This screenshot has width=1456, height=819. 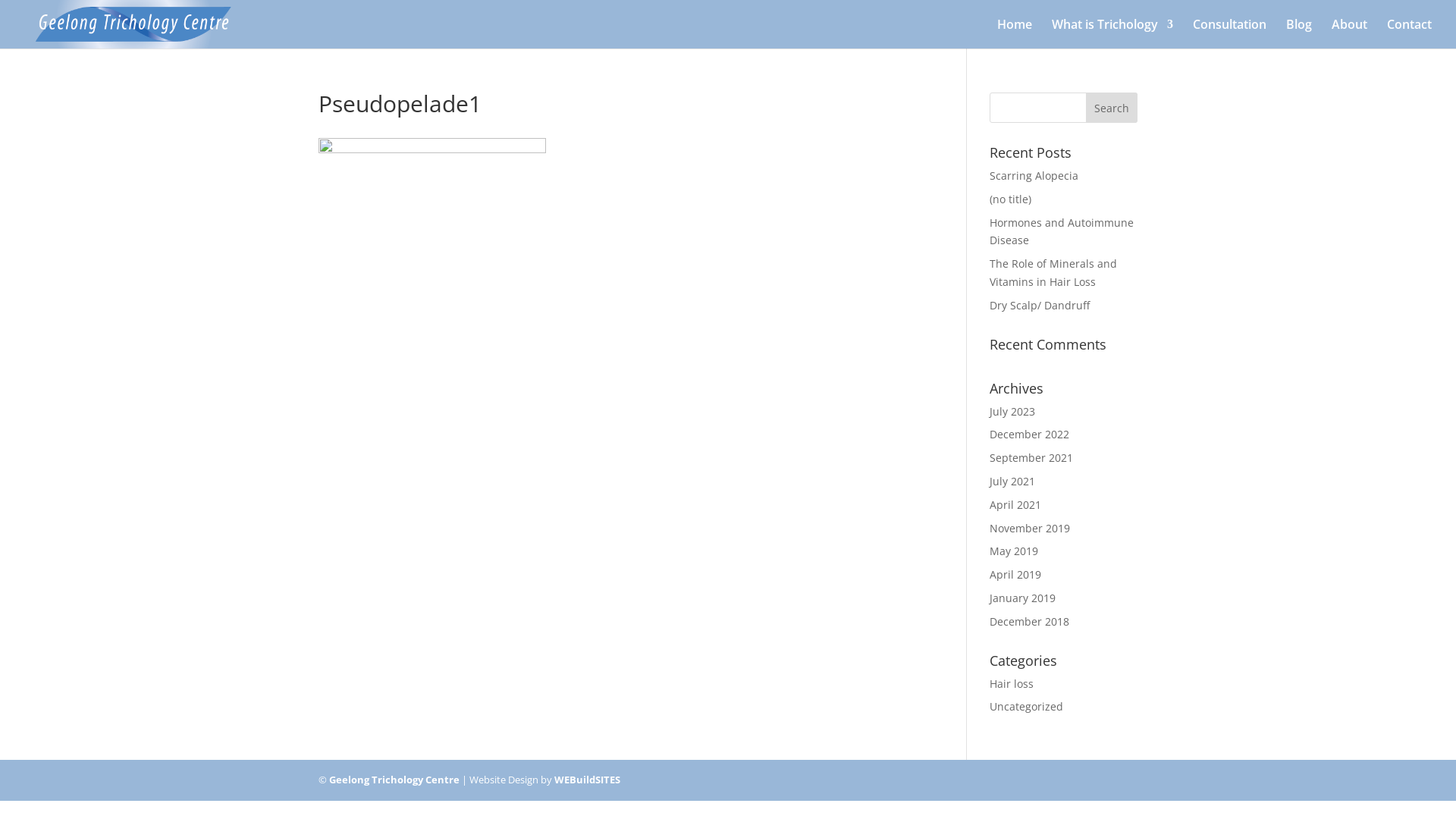 I want to click on 'About', so click(x=1331, y=33).